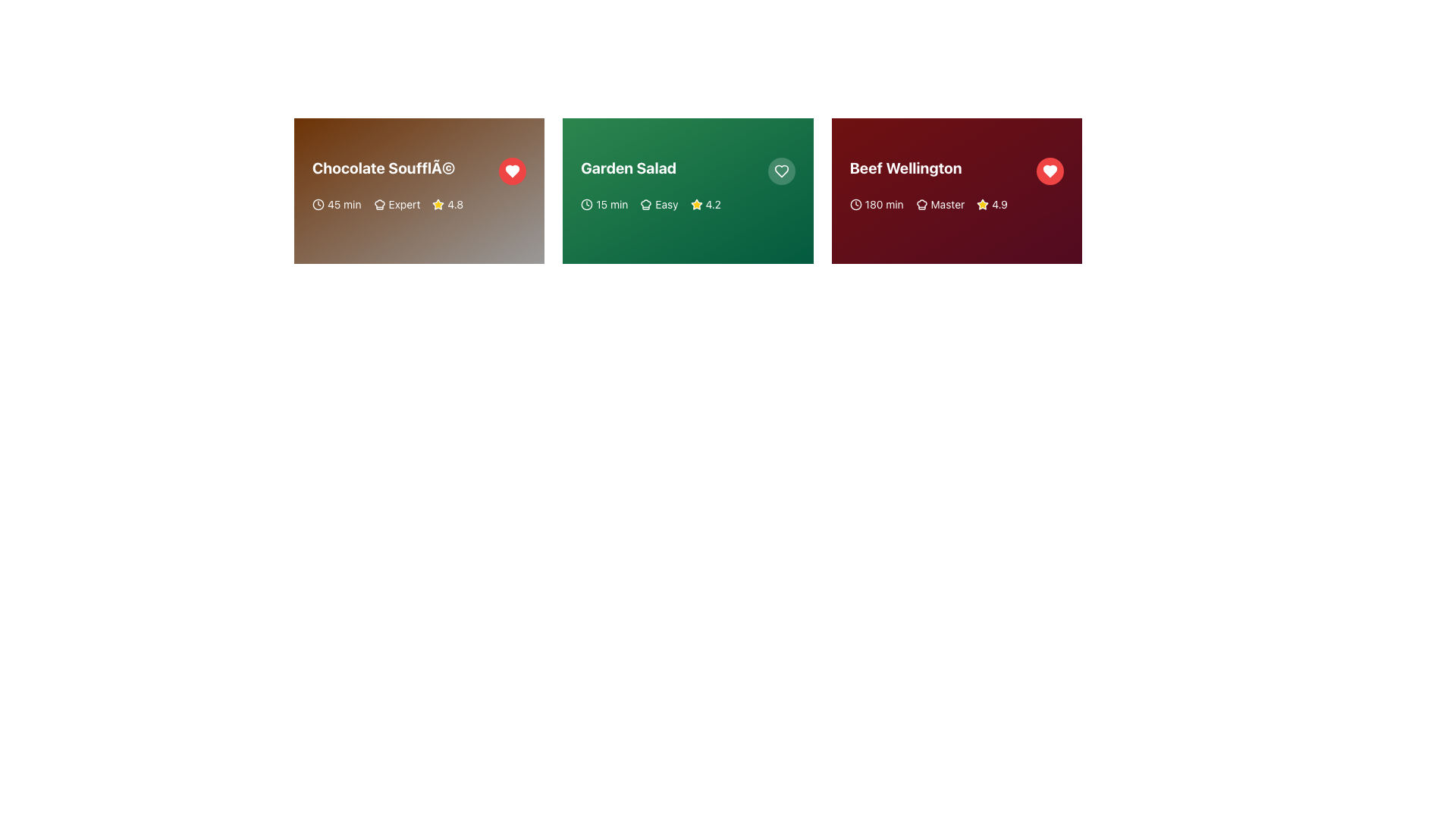 The image size is (1456, 819). What do you see at coordinates (687, 171) in the screenshot?
I see `the 'Garden Salad' recipe text header element, which is located at the top-left region of the card layout` at bounding box center [687, 171].